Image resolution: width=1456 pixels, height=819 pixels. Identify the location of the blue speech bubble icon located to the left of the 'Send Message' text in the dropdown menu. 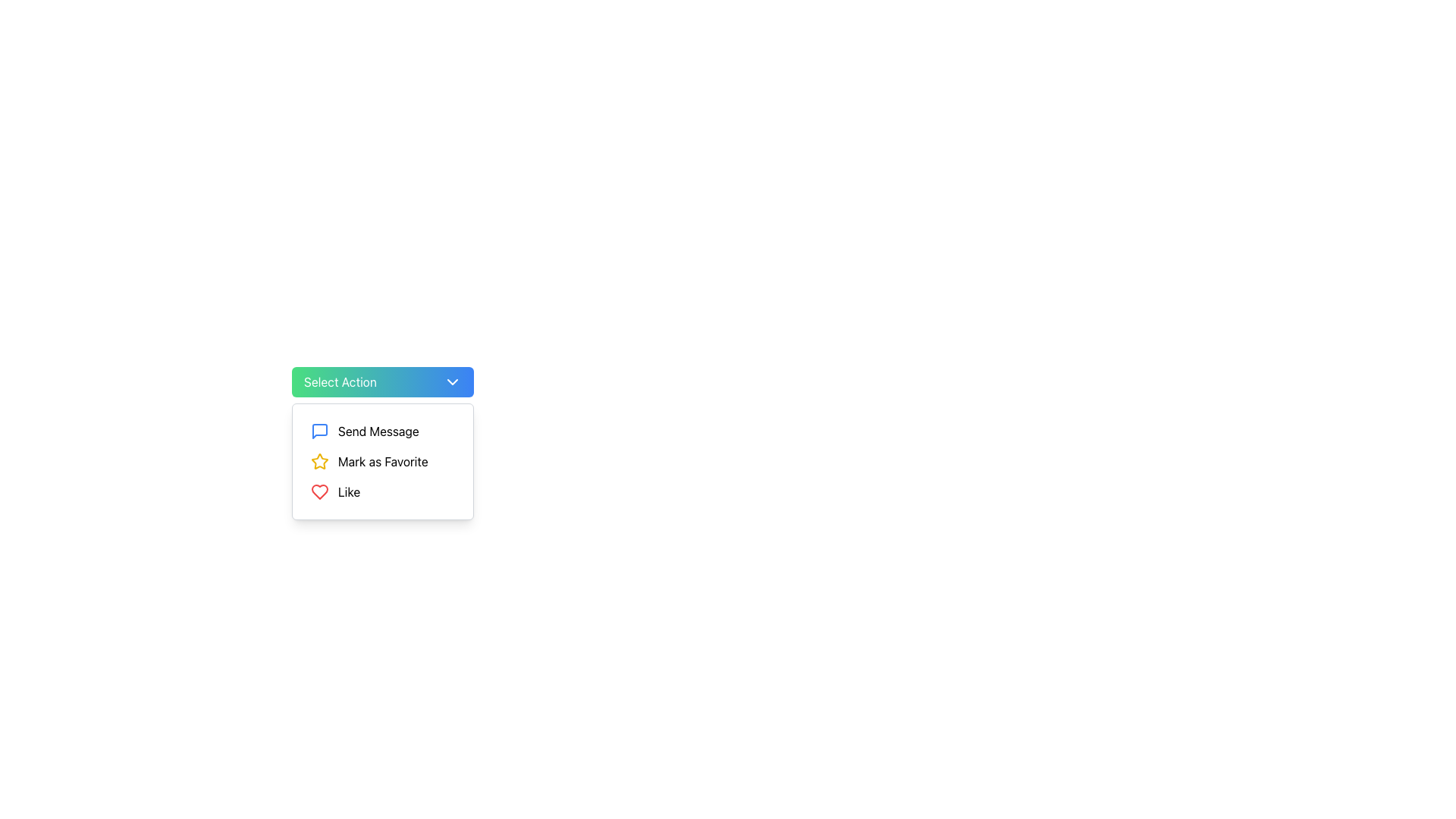
(319, 431).